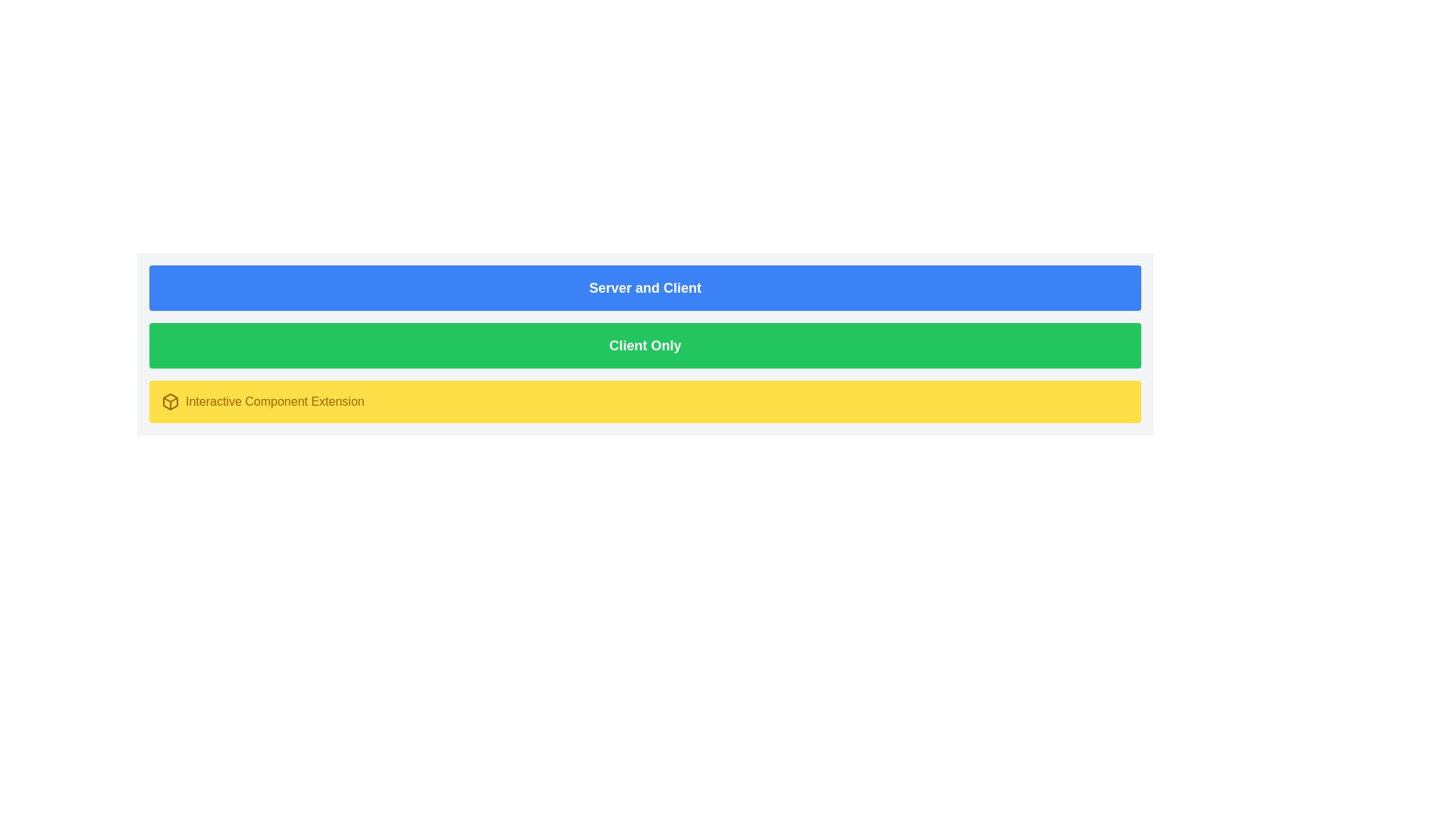  I want to click on the static text label that provides information about a client-specific feature, located below the 'Server and Client' section and above the 'Interactive Component Extension' section, so click(645, 345).